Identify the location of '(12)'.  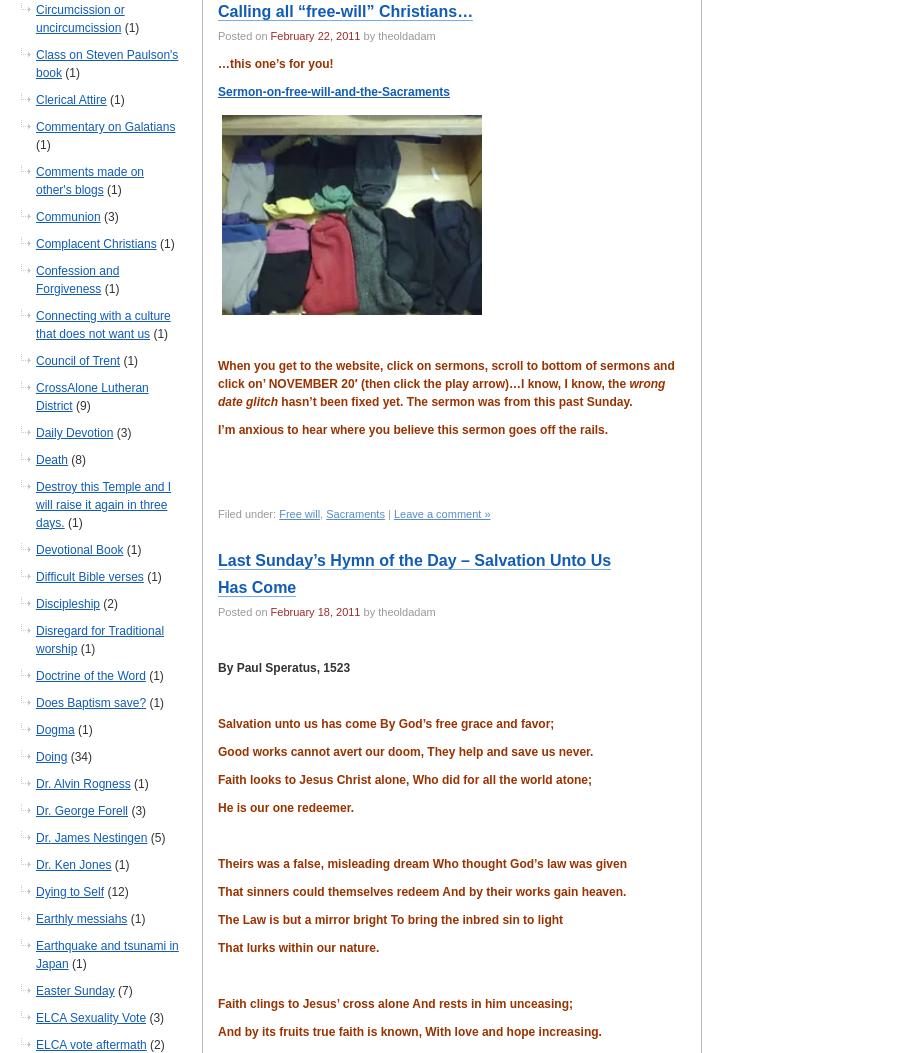
(103, 891).